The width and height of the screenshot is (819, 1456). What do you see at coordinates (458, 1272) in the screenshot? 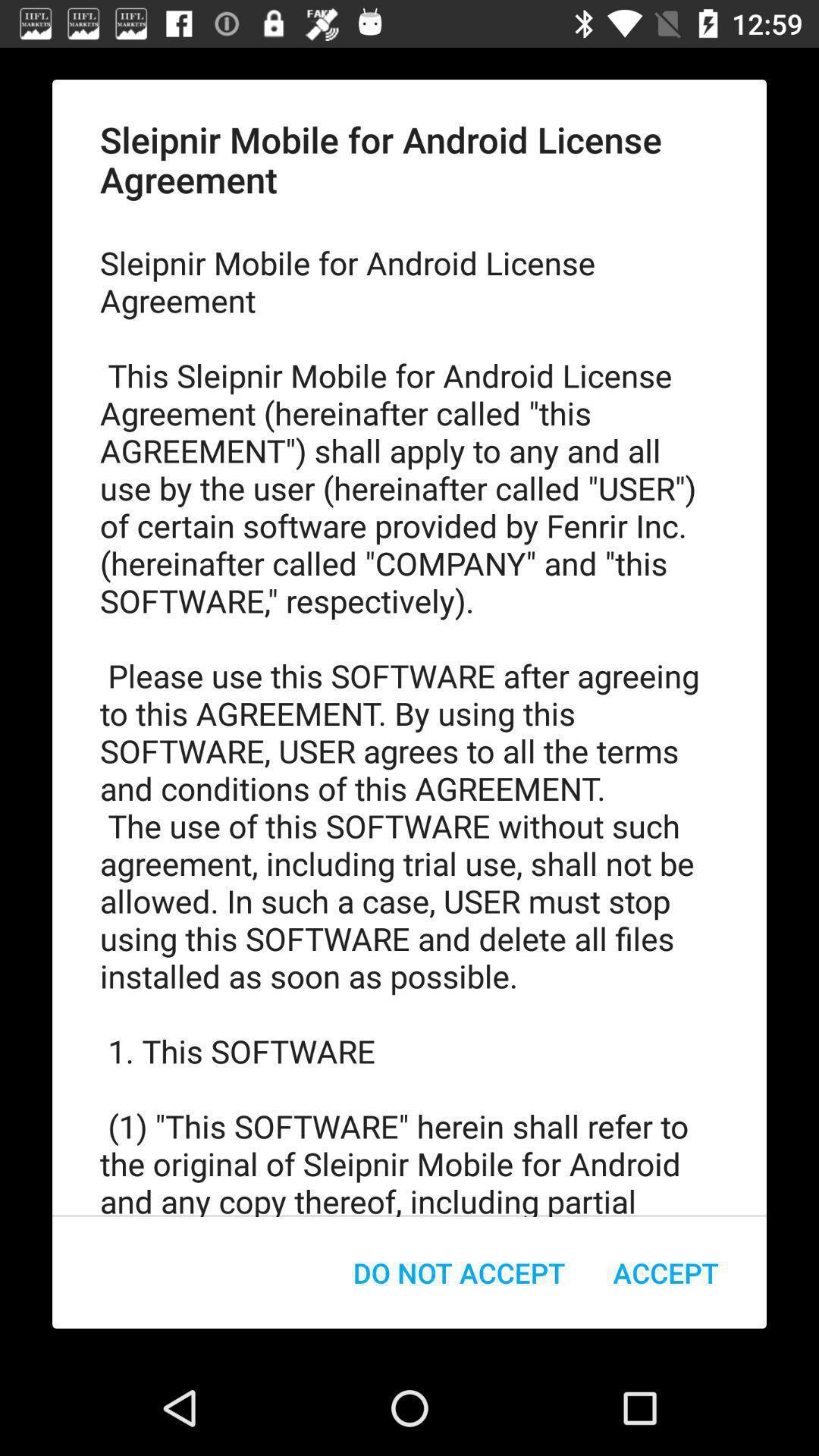
I see `icon to the left of the accept` at bounding box center [458, 1272].